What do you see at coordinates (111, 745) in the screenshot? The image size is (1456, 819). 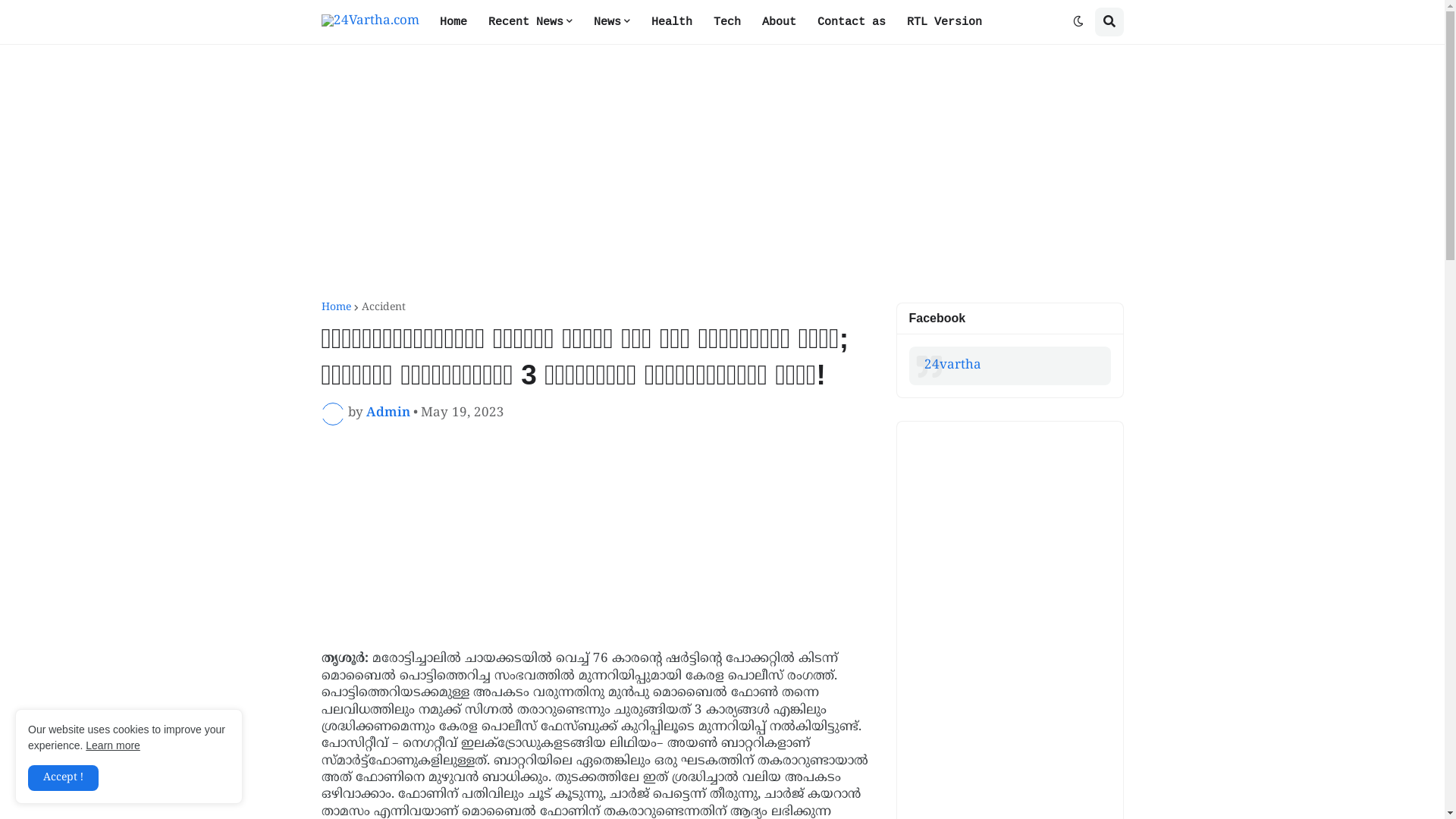 I see `'Learn more'` at bounding box center [111, 745].